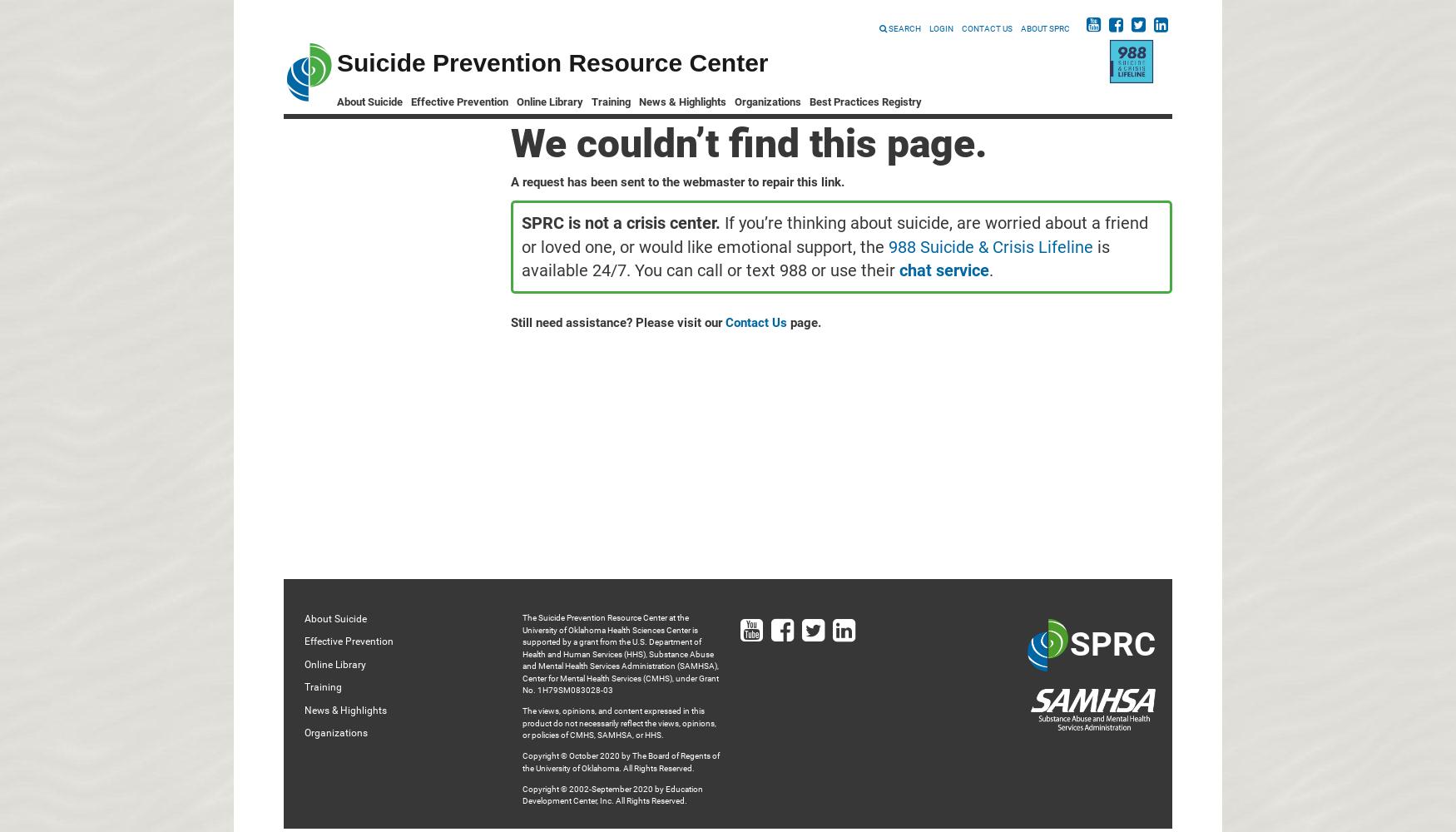  Describe the element at coordinates (511, 143) in the screenshot. I see `'We couldn’t find this page.'` at that location.